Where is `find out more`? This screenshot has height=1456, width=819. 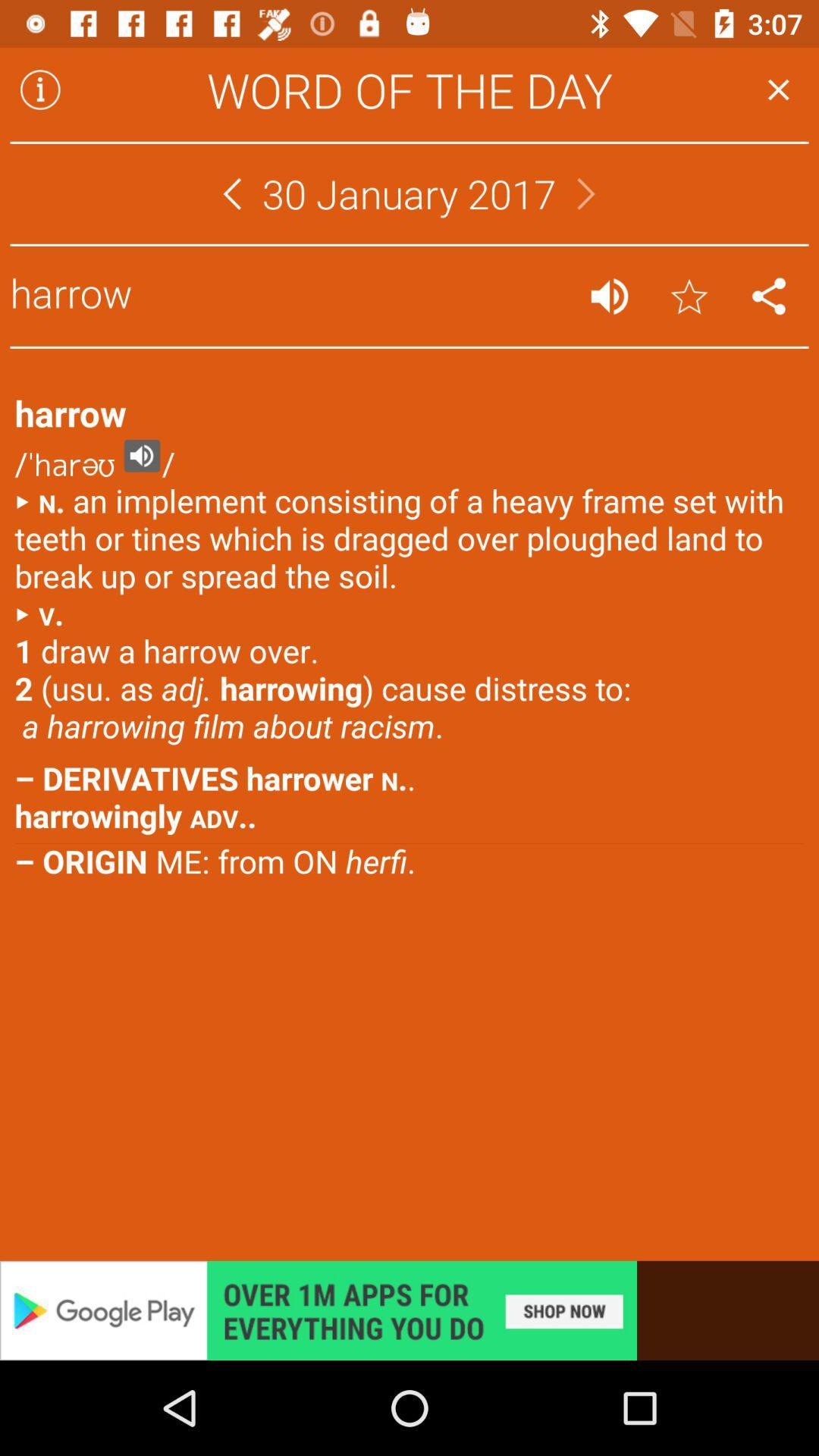
find out more is located at coordinates (409, 1310).